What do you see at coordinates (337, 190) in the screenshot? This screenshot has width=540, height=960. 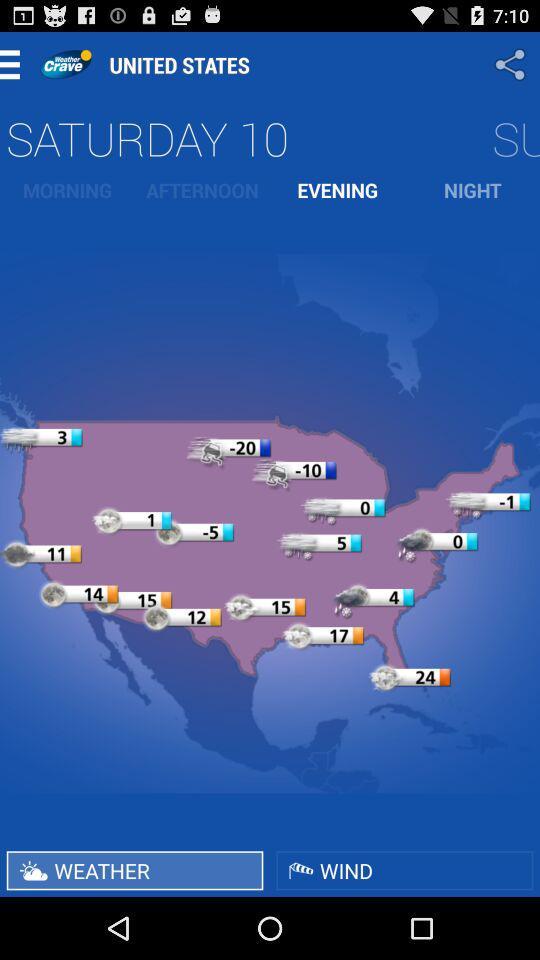 I see `the evening` at bounding box center [337, 190].